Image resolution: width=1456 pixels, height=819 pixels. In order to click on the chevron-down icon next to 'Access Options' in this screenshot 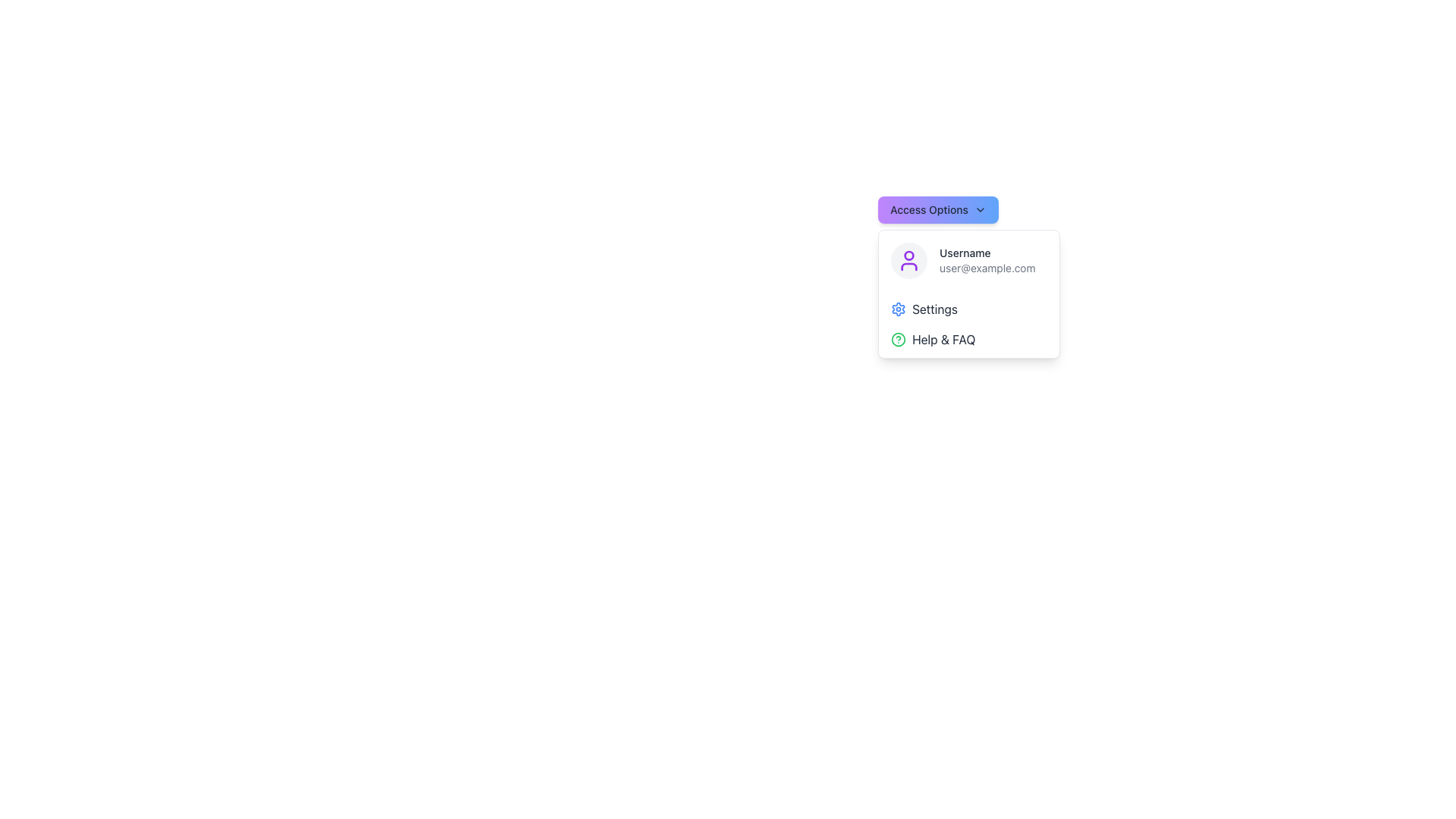, I will do `click(980, 210)`.